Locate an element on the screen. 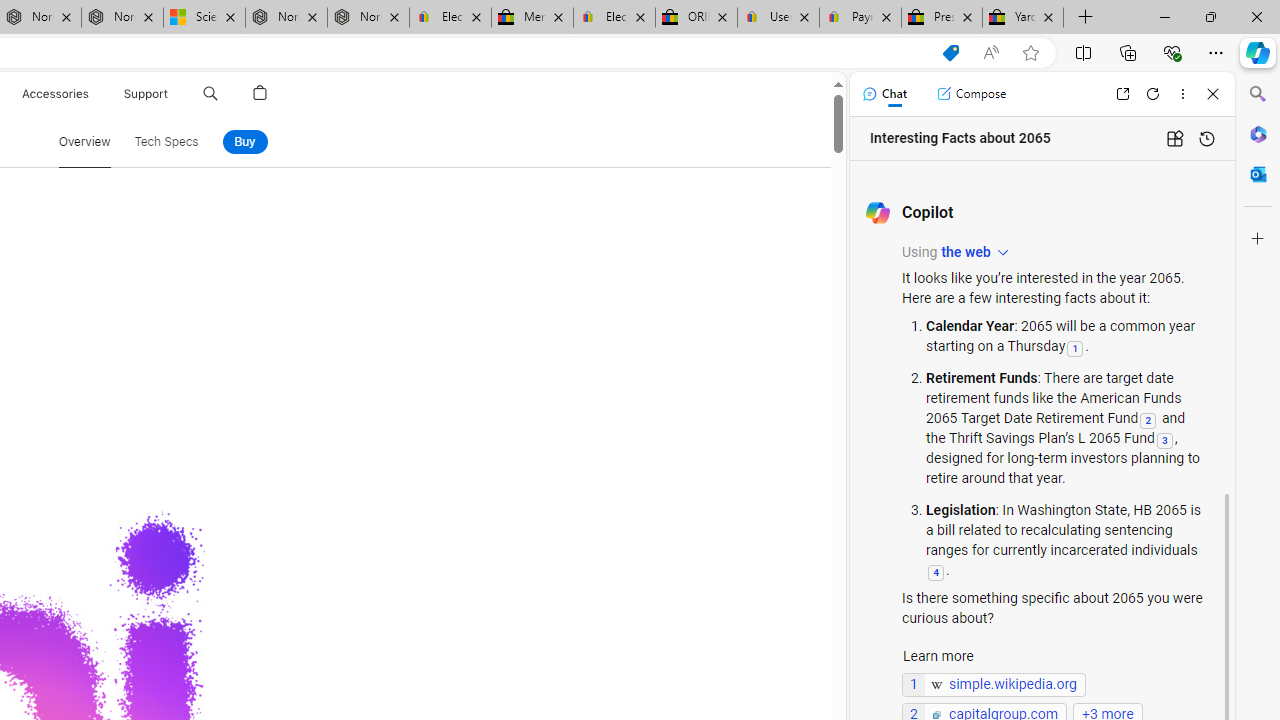 The height and width of the screenshot is (720, 1280). 'Accessories menu' is located at coordinates (91, 93).